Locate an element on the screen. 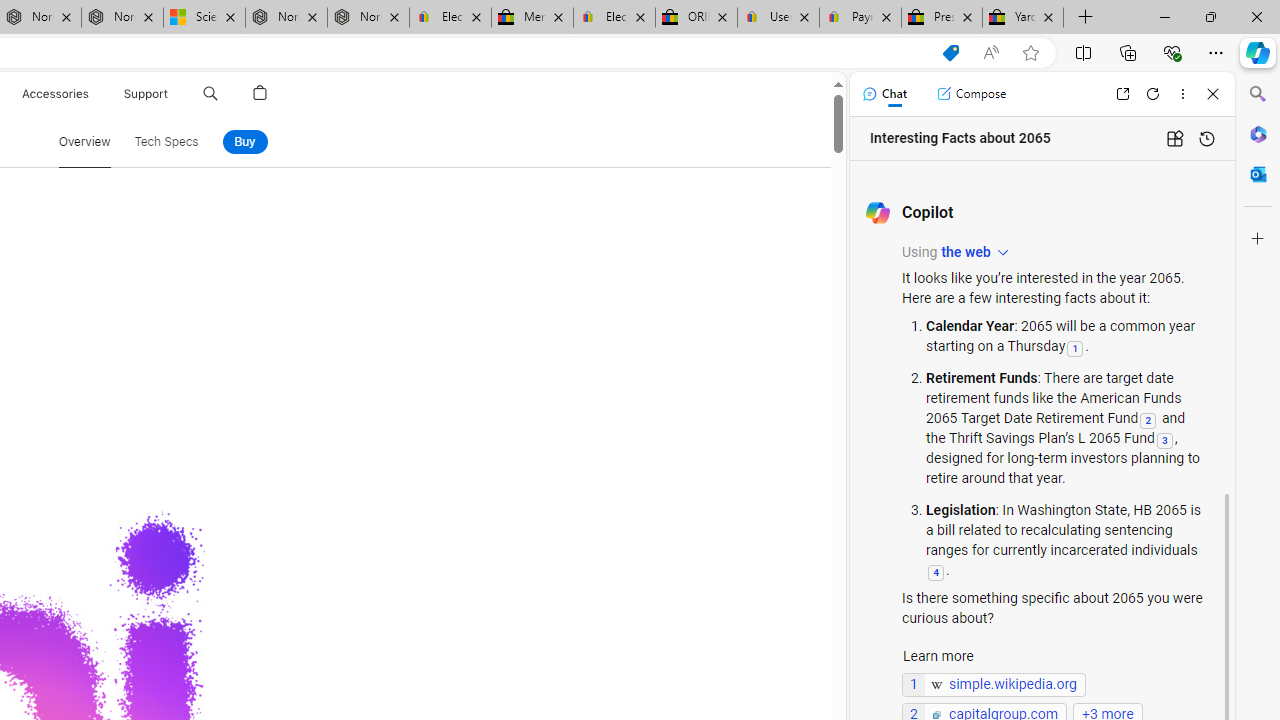 The height and width of the screenshot is (720, 1280). 'Accessories menu' is located at coordinates (91, 93).